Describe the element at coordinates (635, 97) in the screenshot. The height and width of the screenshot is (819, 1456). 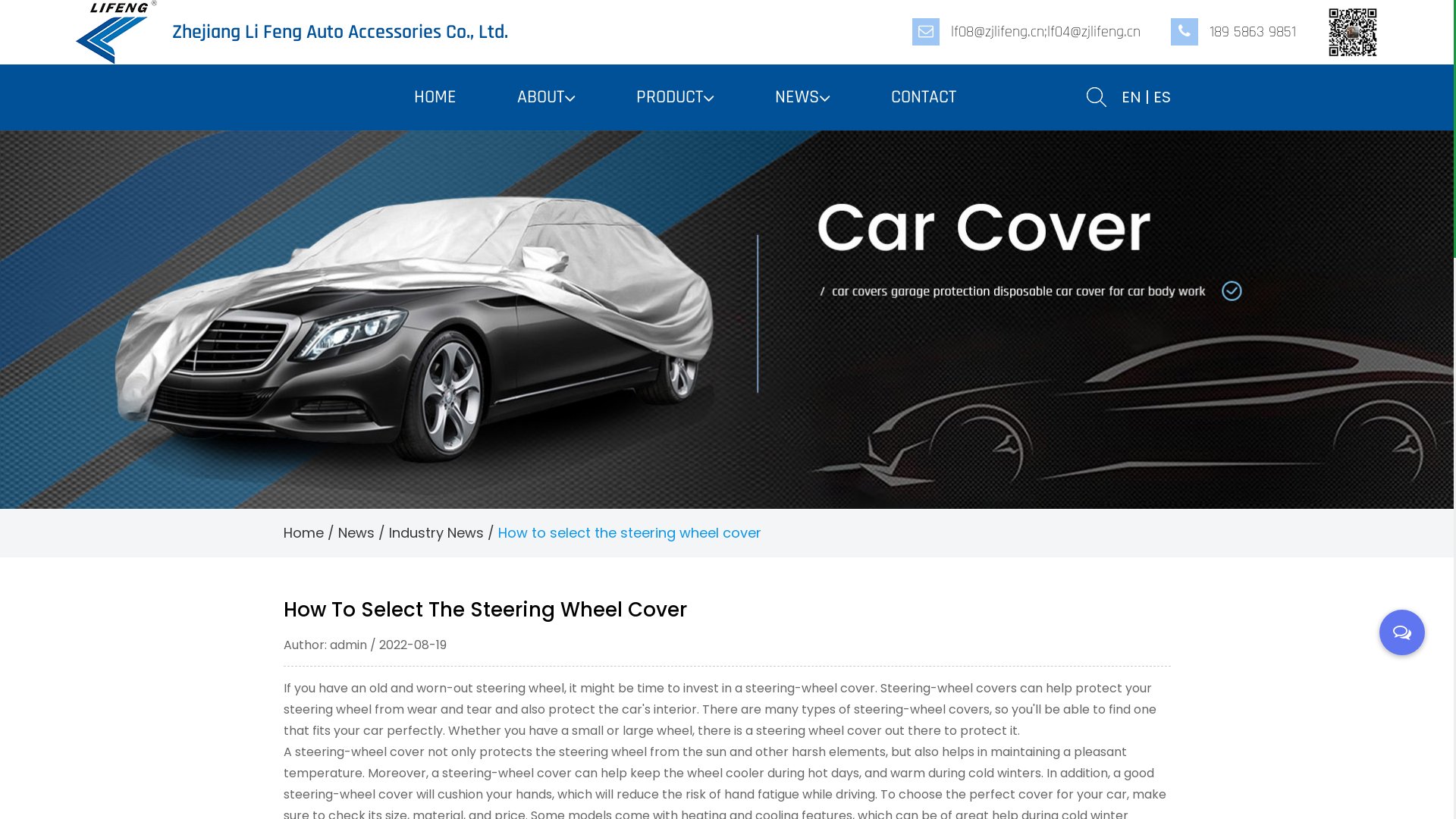
I see `'PRODUCT'` at that location.